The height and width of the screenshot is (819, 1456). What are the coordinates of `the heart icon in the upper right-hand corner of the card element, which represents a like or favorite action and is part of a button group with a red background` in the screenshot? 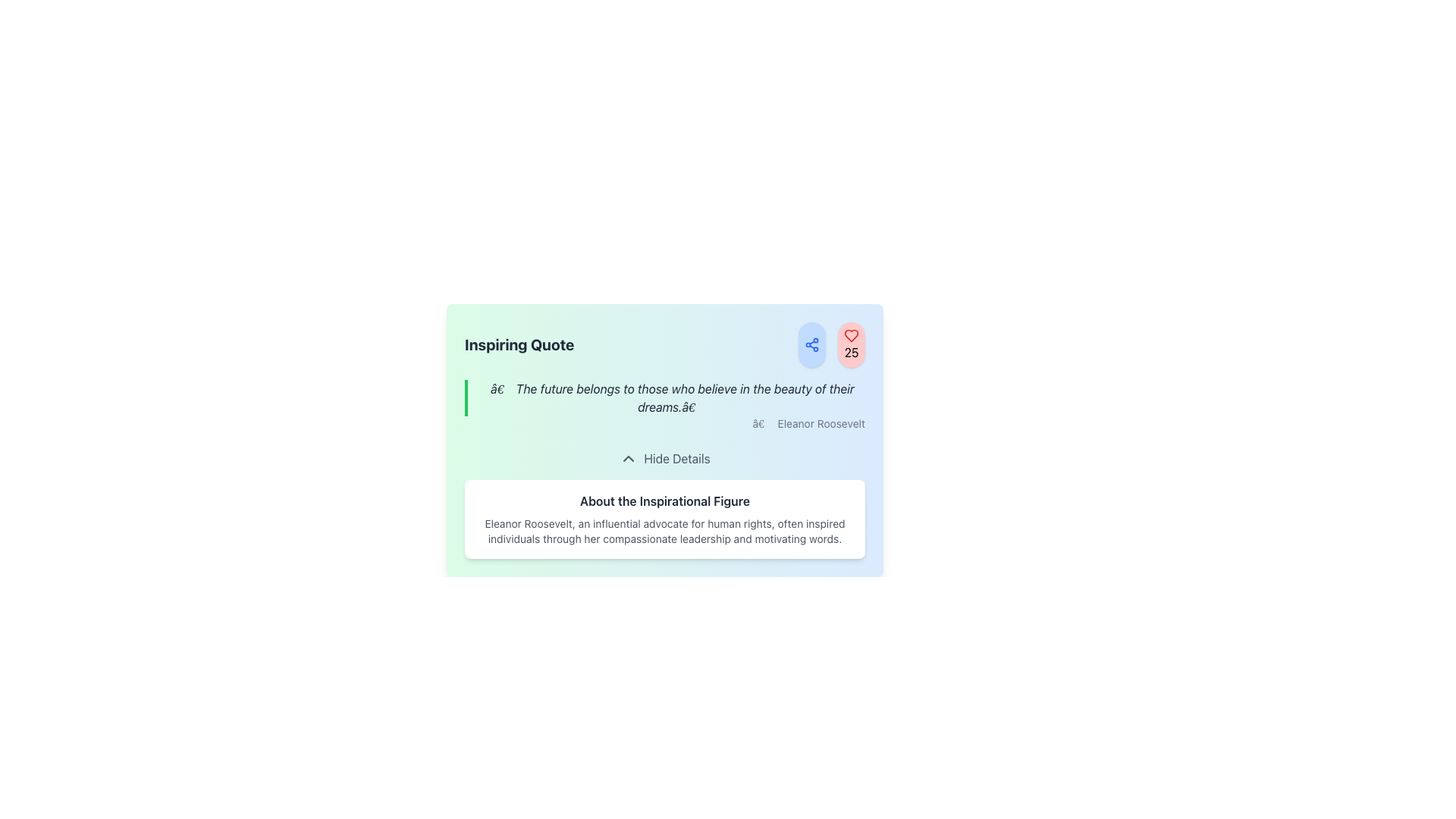 It's located at (852, 335).